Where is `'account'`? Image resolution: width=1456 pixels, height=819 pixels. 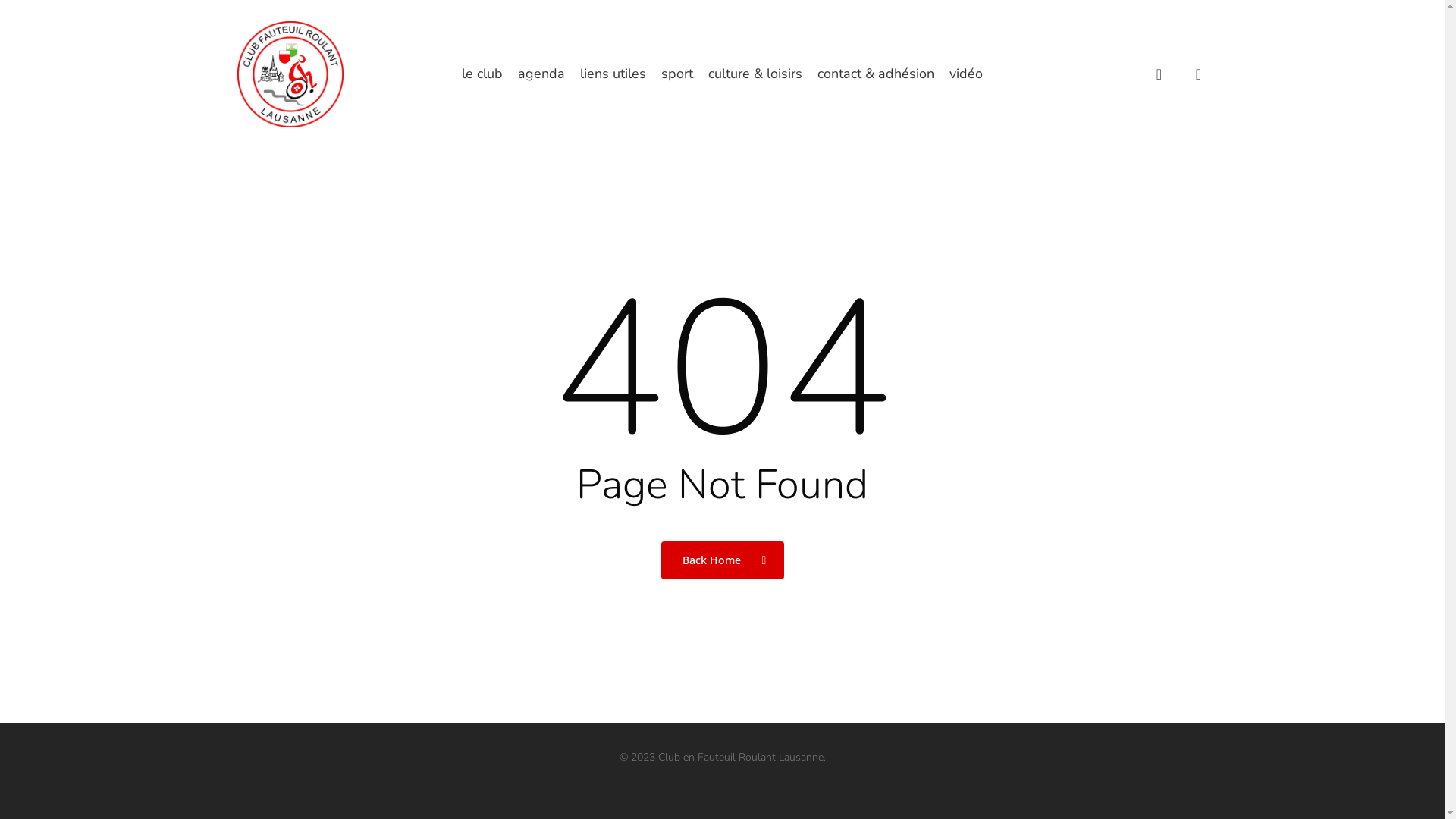
'account' is located at coordinates (1197, 74).